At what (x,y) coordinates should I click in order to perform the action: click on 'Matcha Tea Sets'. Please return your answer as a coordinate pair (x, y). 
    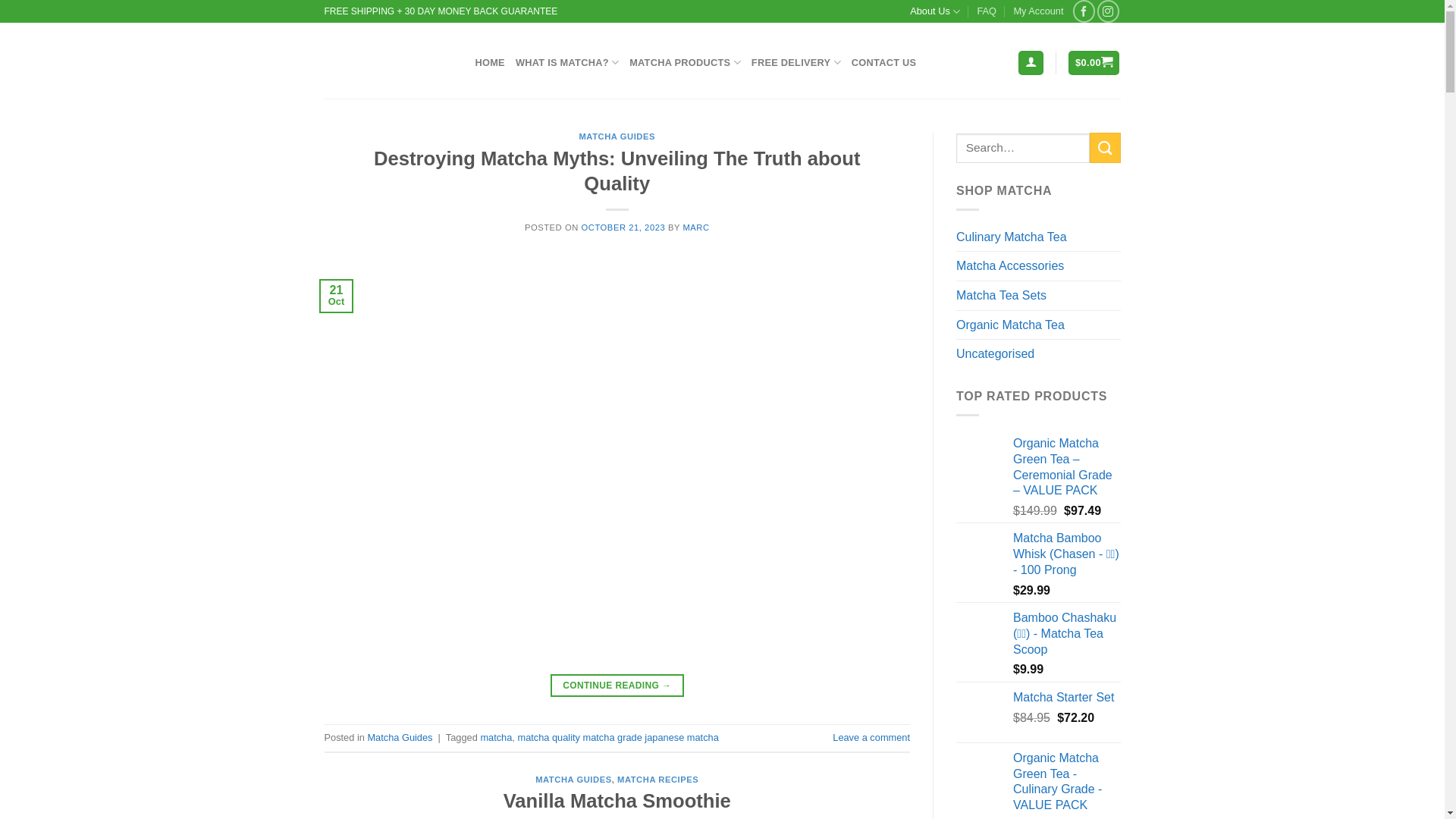
    Looking at the image, I should click on (1037, 295).